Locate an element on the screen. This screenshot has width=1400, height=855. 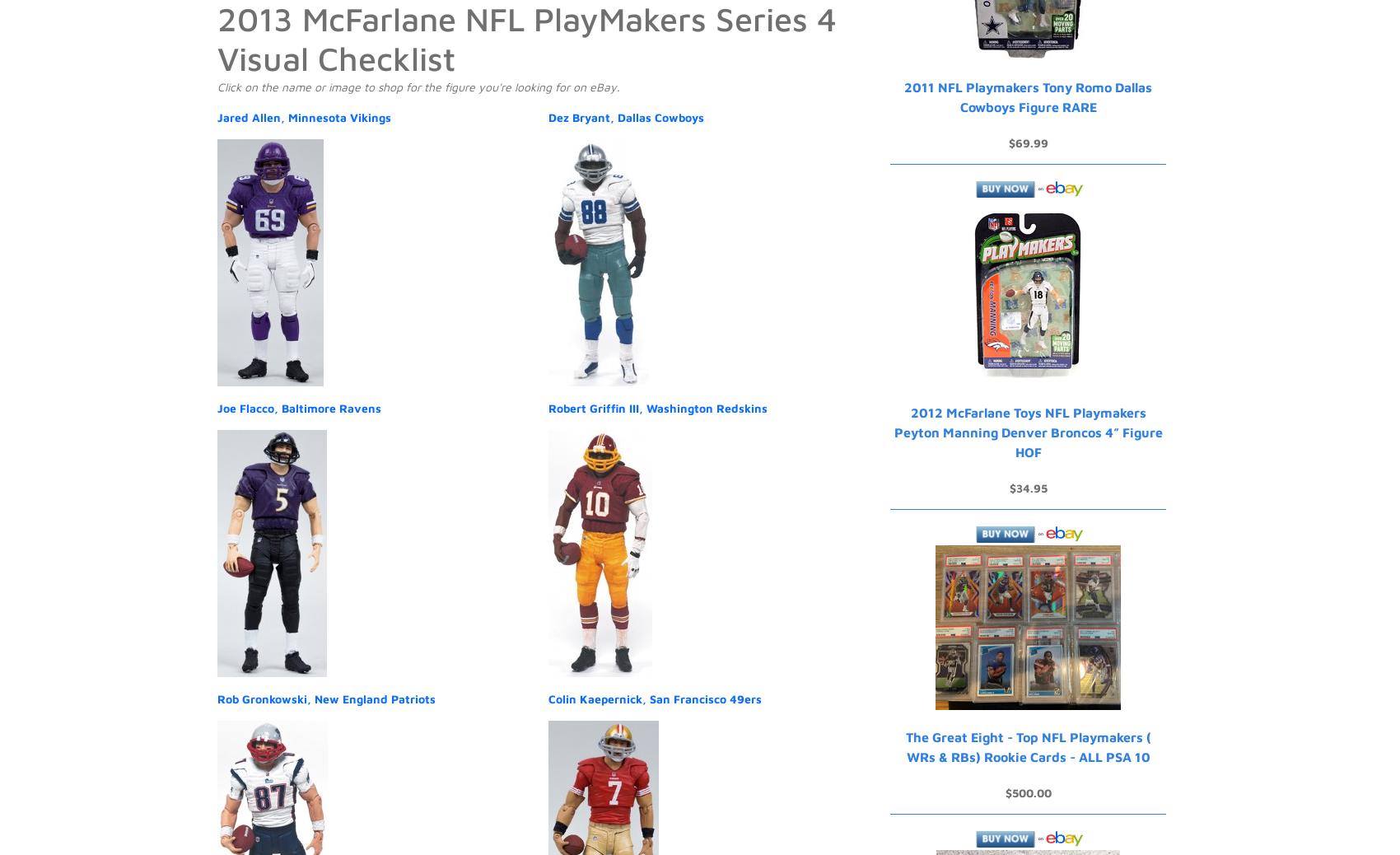
'Privacy' is located at coordinates (803, 687).